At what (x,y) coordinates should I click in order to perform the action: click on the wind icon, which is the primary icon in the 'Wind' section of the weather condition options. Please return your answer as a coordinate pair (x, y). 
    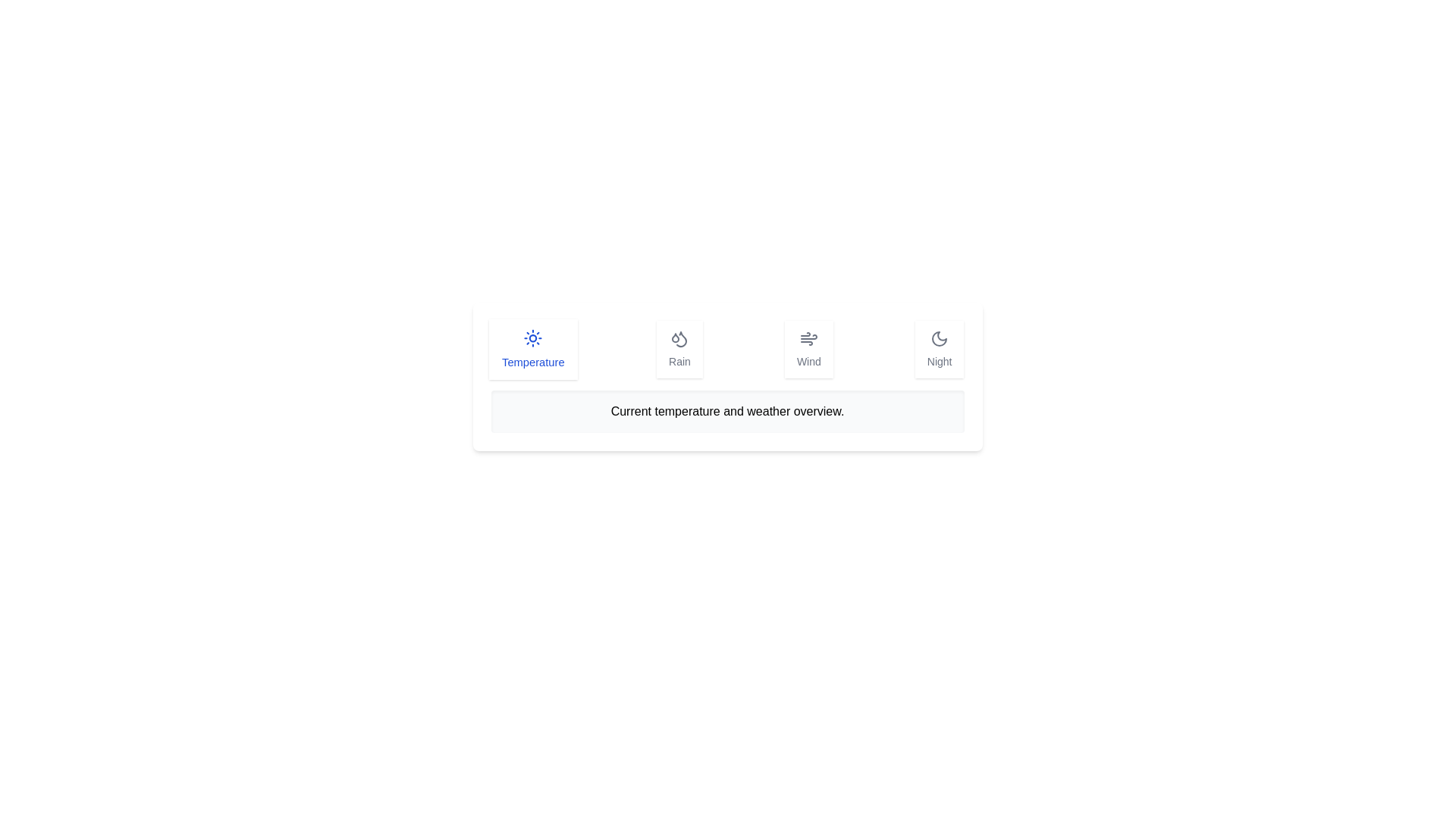
    Looking at the image, I should click on (808, 338).